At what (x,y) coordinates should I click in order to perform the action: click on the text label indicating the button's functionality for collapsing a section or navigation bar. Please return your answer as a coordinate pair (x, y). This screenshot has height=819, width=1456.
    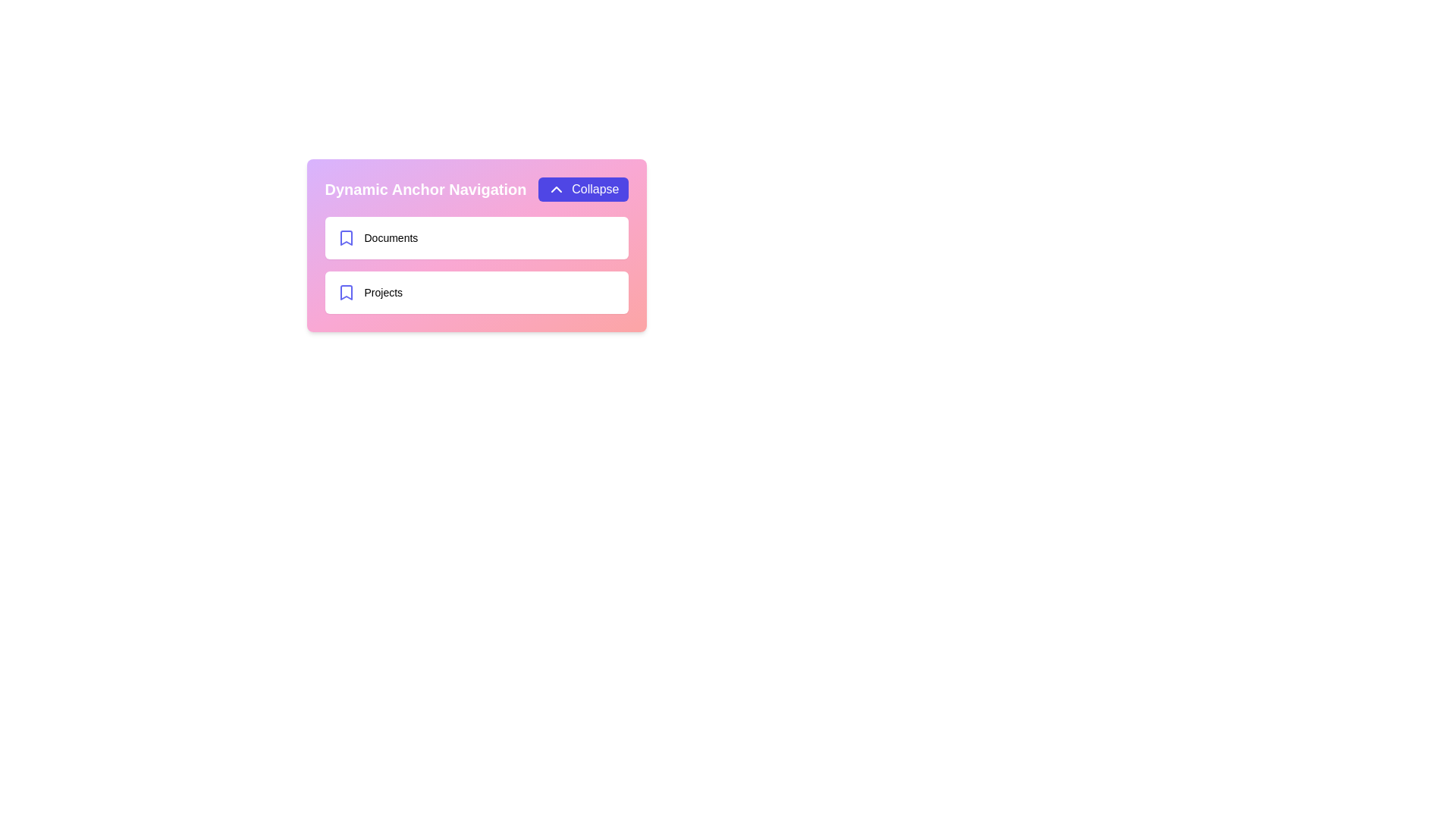
    Looking at the image, I should click on (595, 189).